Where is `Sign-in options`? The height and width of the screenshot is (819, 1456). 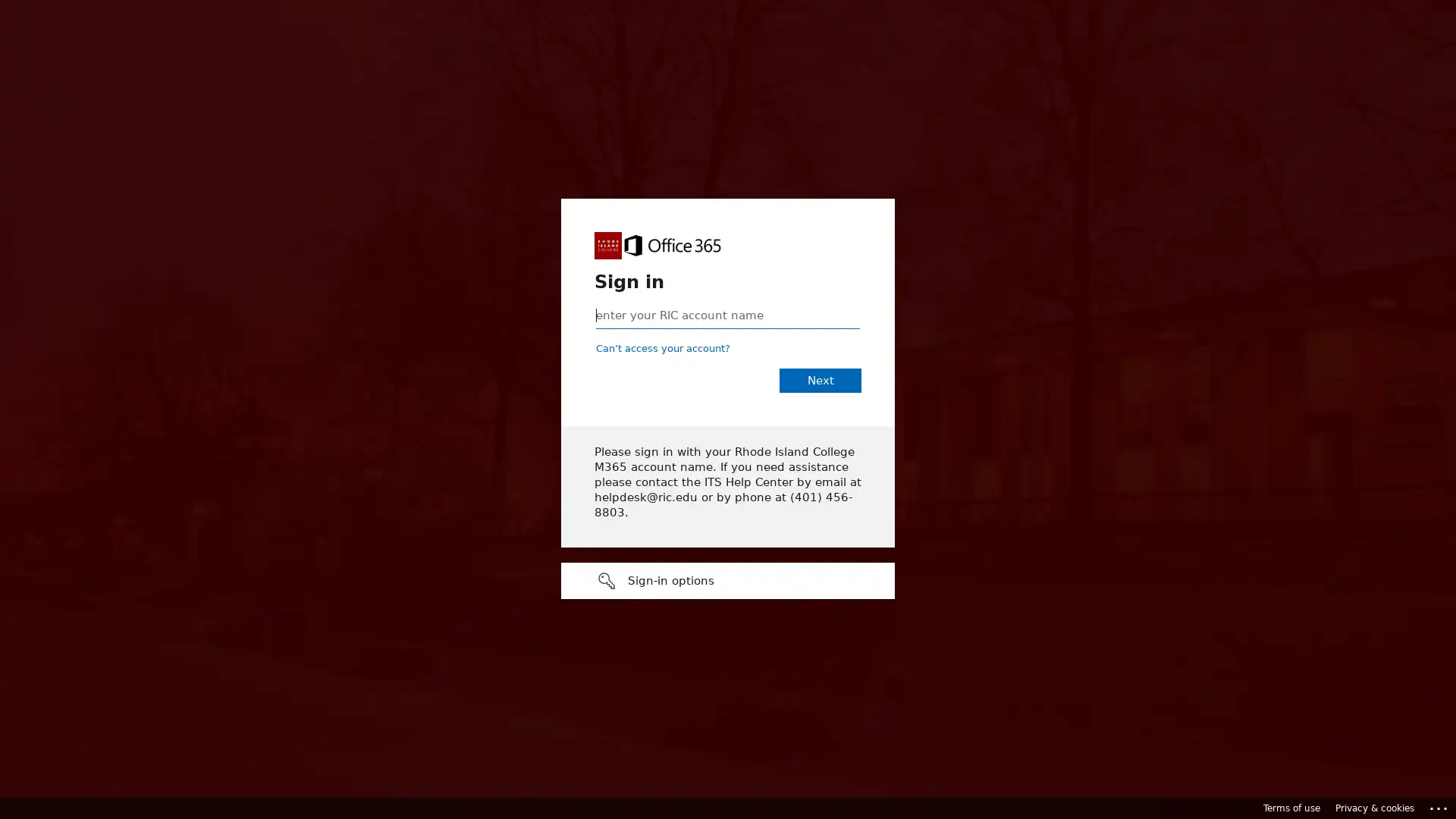
Sign-in options is located at coordinates (728, 580).